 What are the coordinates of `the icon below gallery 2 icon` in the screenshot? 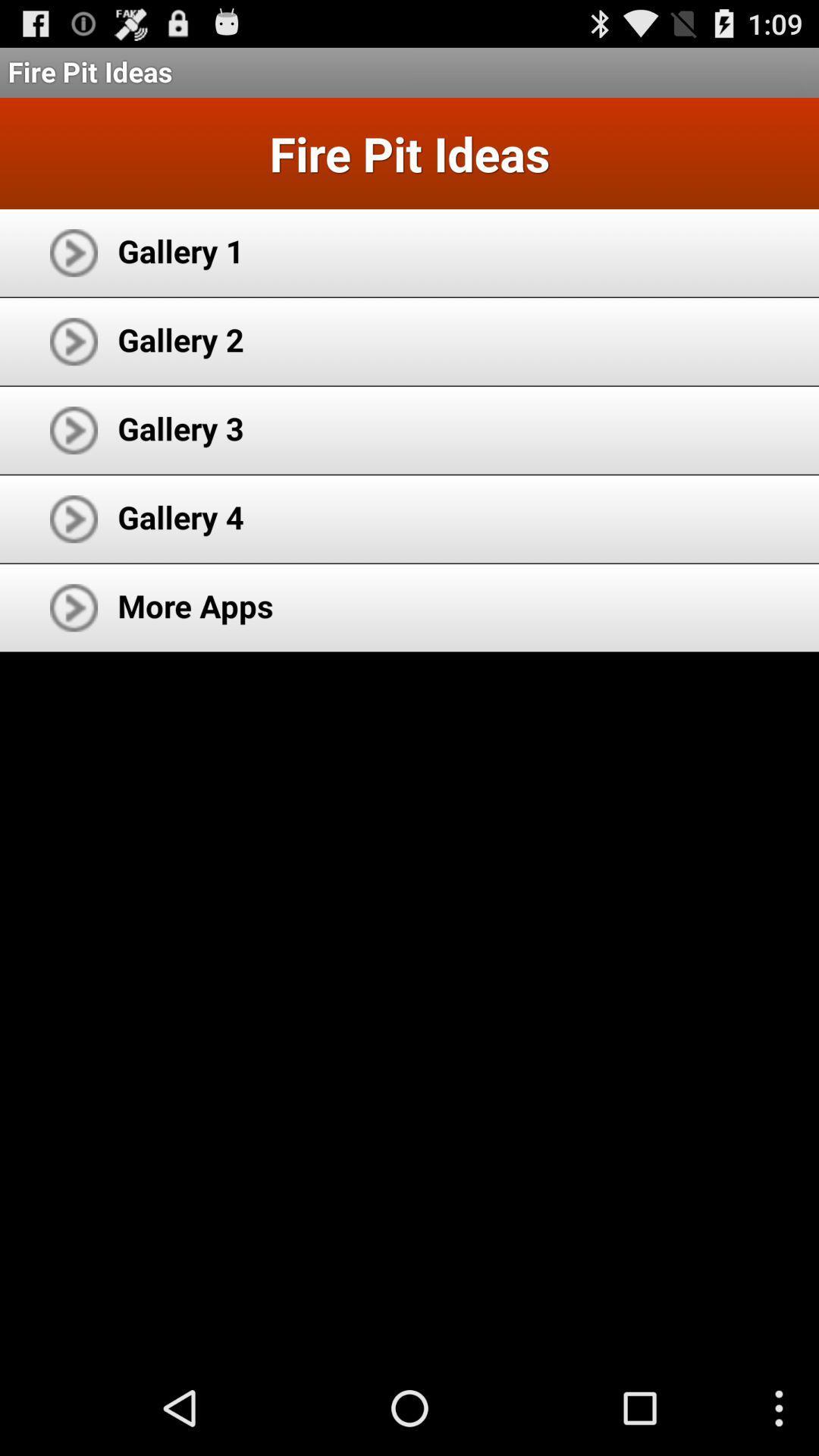 It's located at (180, 427).